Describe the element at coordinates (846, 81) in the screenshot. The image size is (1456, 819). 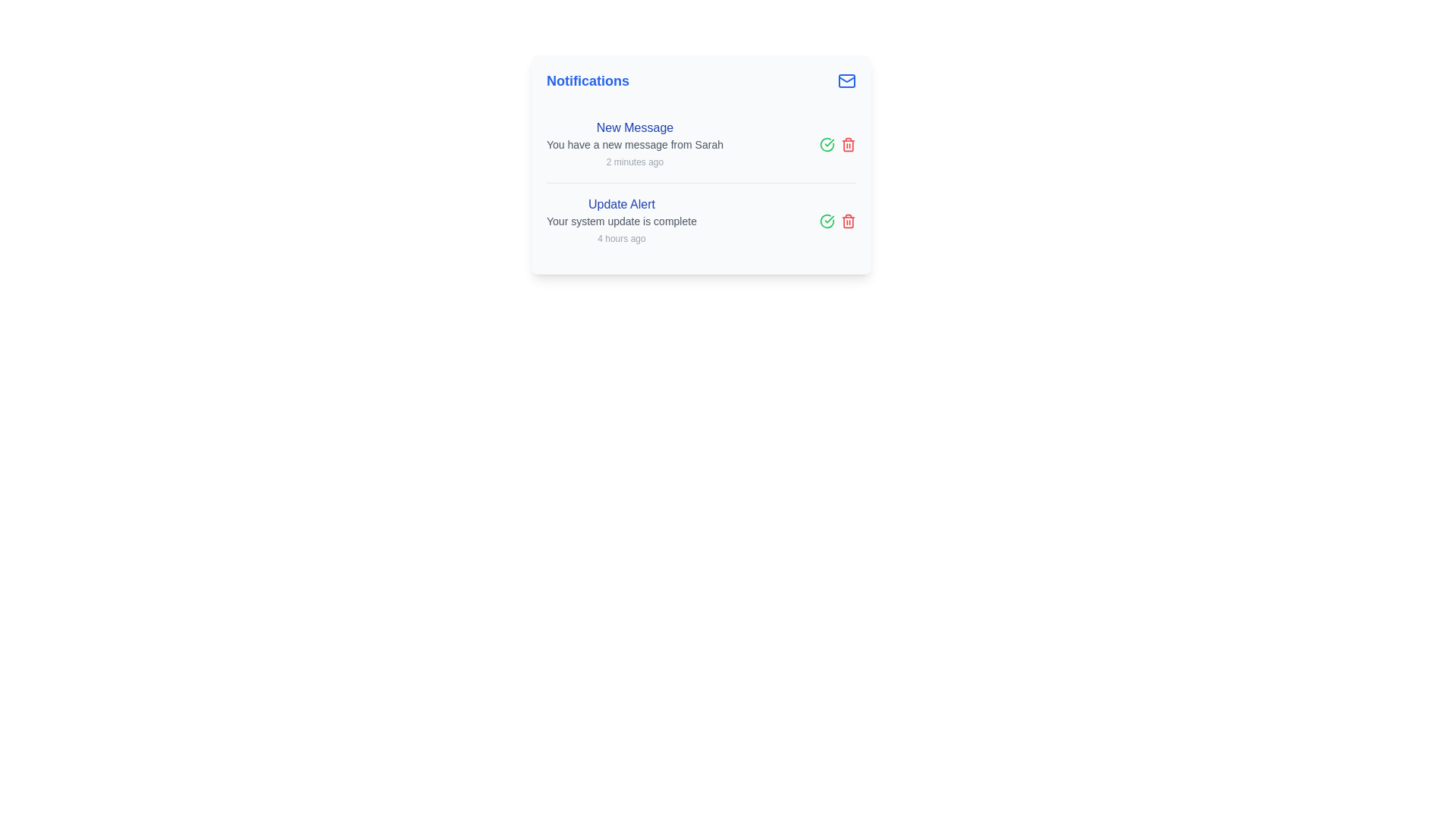
I see `the rectangular SVG shape representing the envelope of the mail icon, which is part of the email or notification icon located in the top-right corner of the notification card` at that location.